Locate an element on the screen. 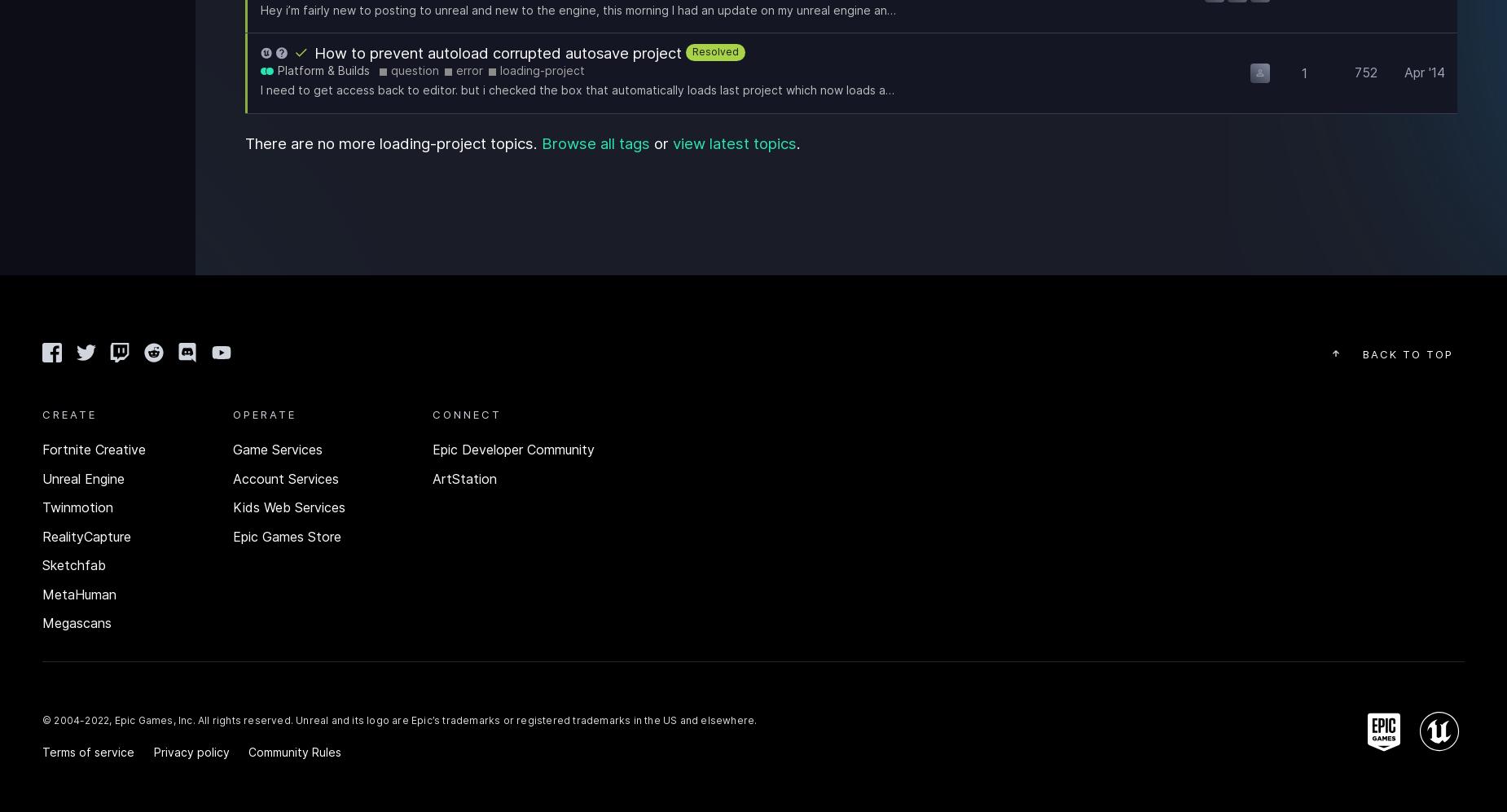  'ArtStation' is located at coordinates (464, 478).